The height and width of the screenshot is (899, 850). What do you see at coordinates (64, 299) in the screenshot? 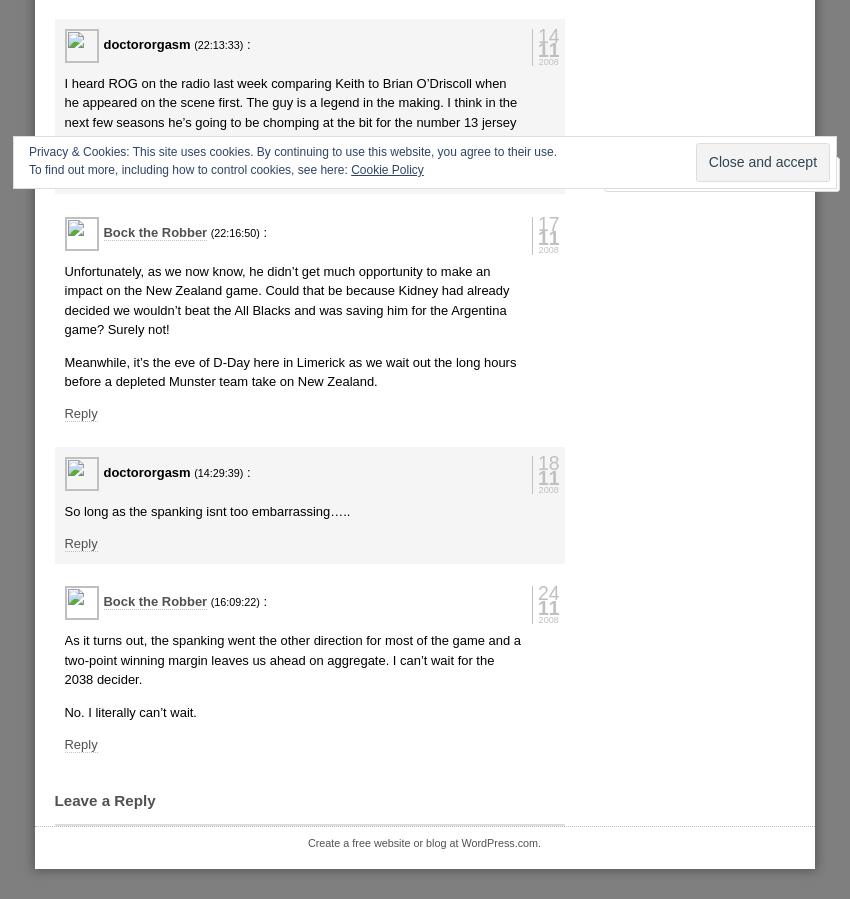
I see `'Unfortunately, as we now know, he didn’t get much opportunity to make an impact on the New Zealand game.  Could that be because Kidney had already decided we wouldn’t beat the All Blacks and was saving him for the Argentina game?  Surely not!'` at bounding box center [64, 299].